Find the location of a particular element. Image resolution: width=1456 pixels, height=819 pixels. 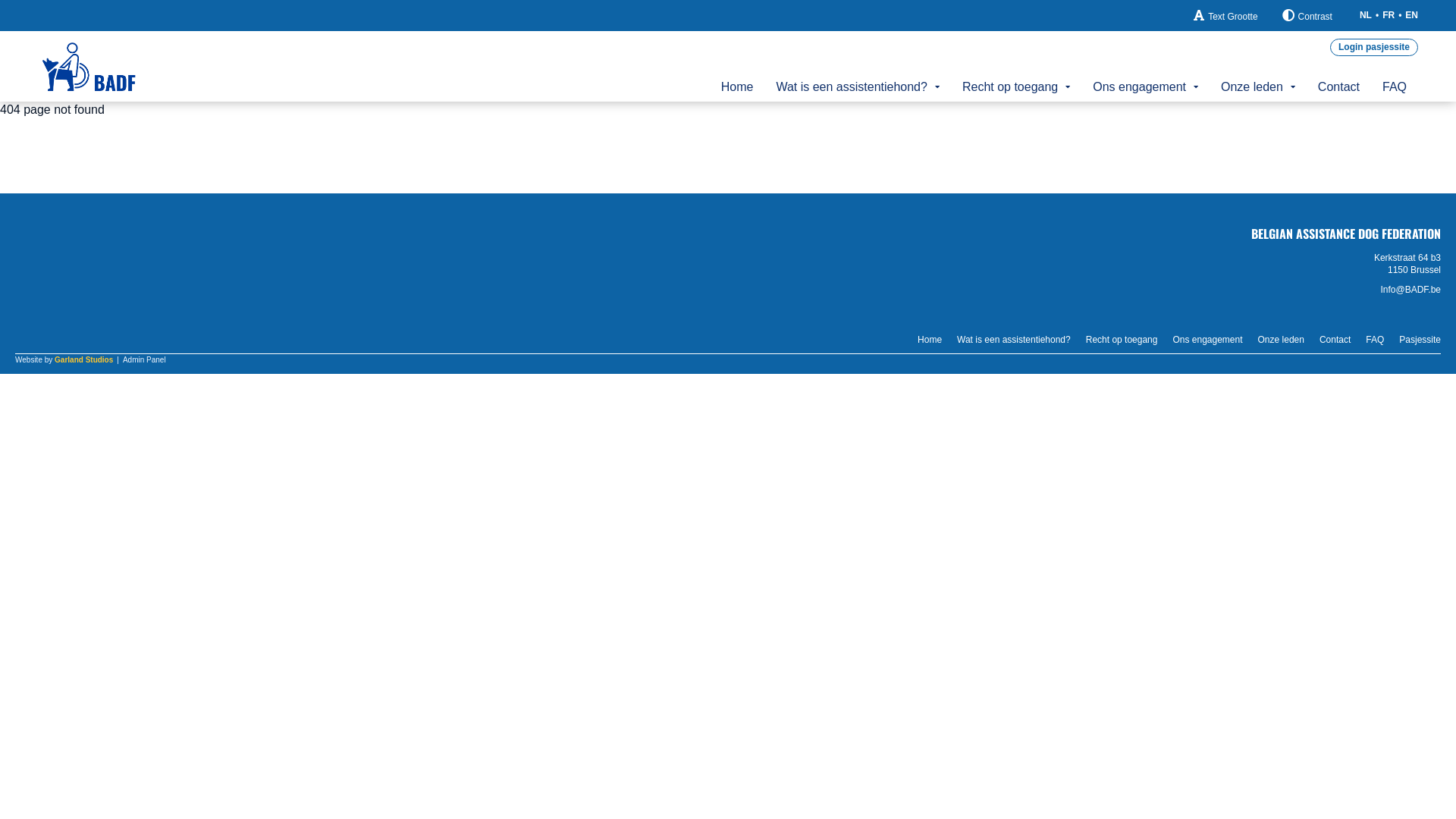

'FAQ' is located at coordinates (1365, 338).